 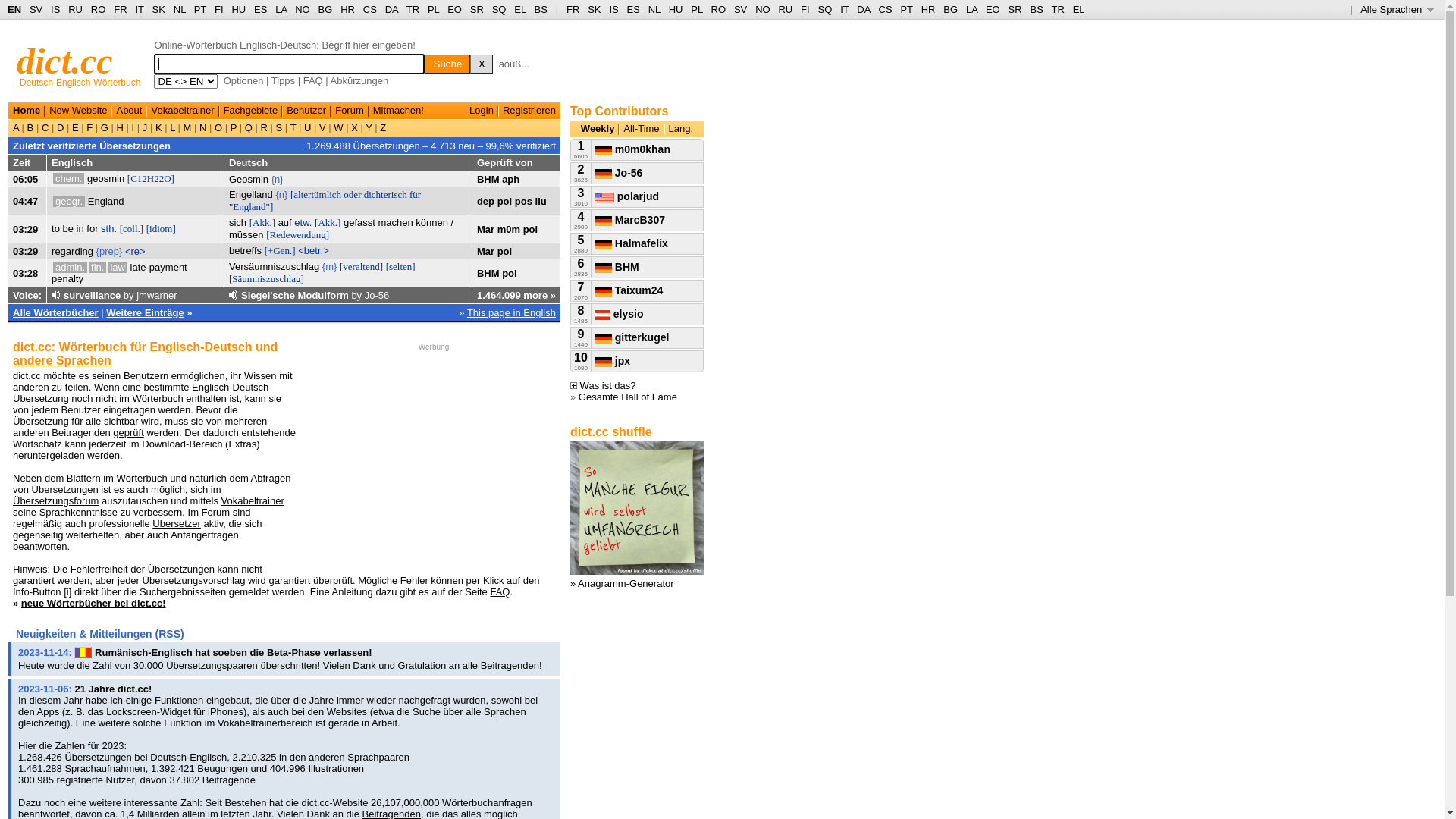 What do you see at coordinates (778, 9) in the screenshot?
I see `'RU'` at bounding box center [778, 9].